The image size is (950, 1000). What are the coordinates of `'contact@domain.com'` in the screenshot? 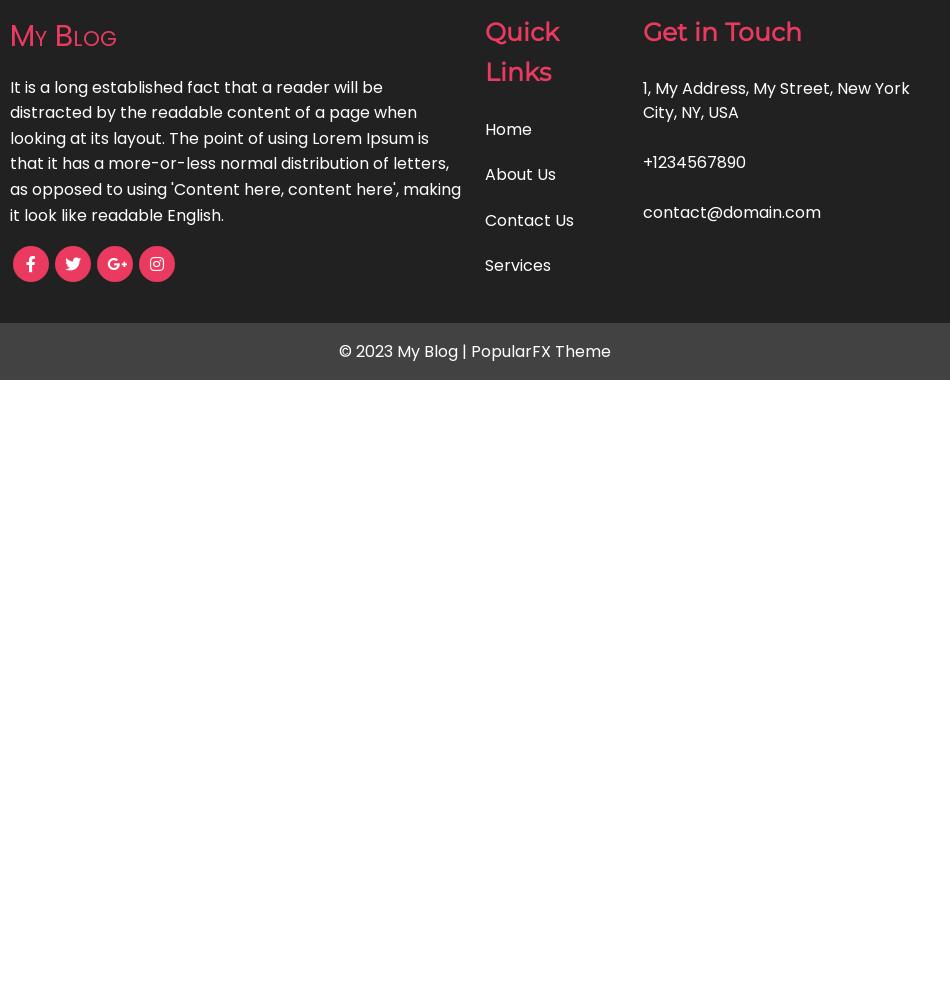 It's located at (730, 211).